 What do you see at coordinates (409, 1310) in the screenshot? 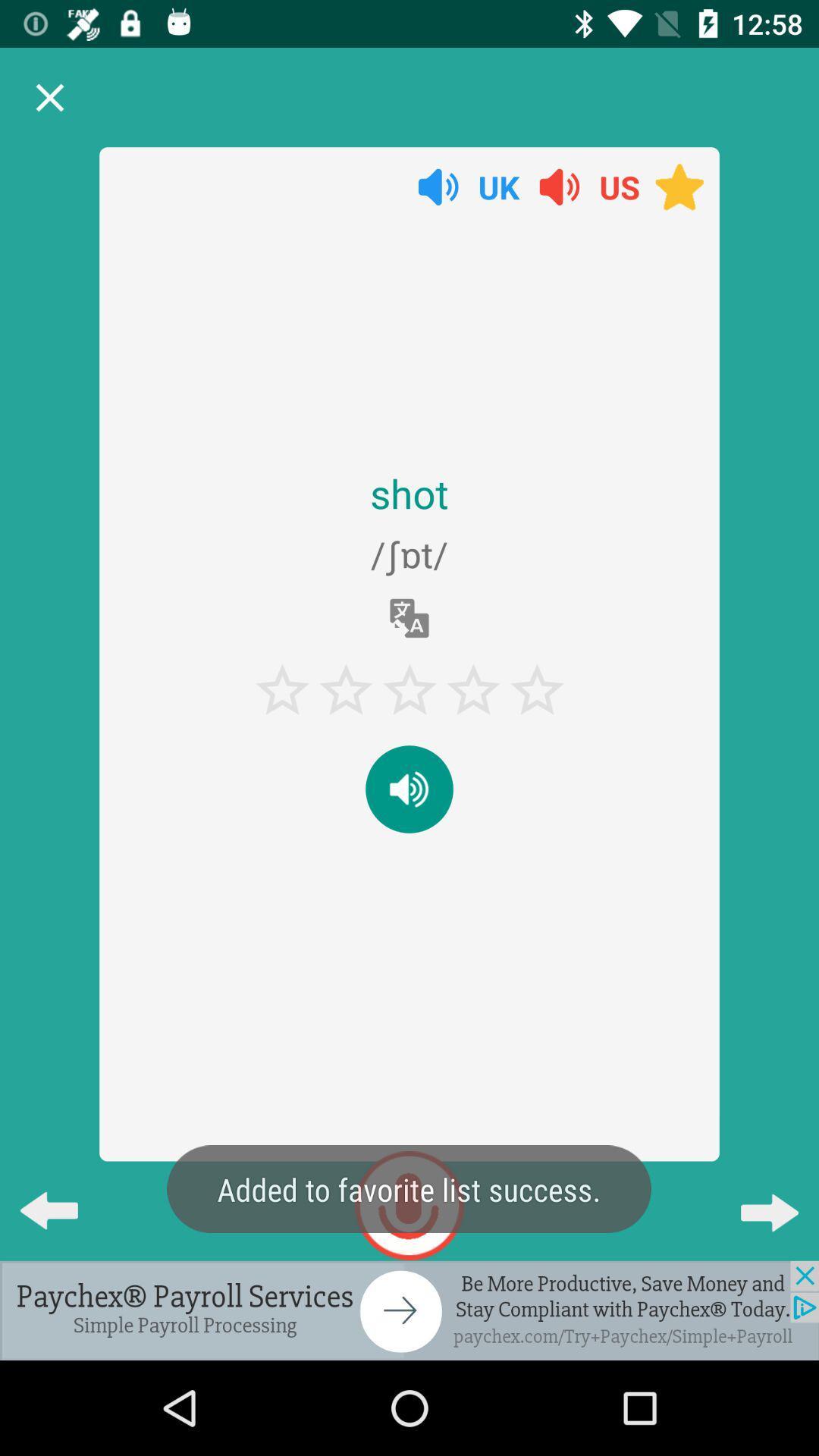
I see `open advertisement` at bounding box center [409, 1310].